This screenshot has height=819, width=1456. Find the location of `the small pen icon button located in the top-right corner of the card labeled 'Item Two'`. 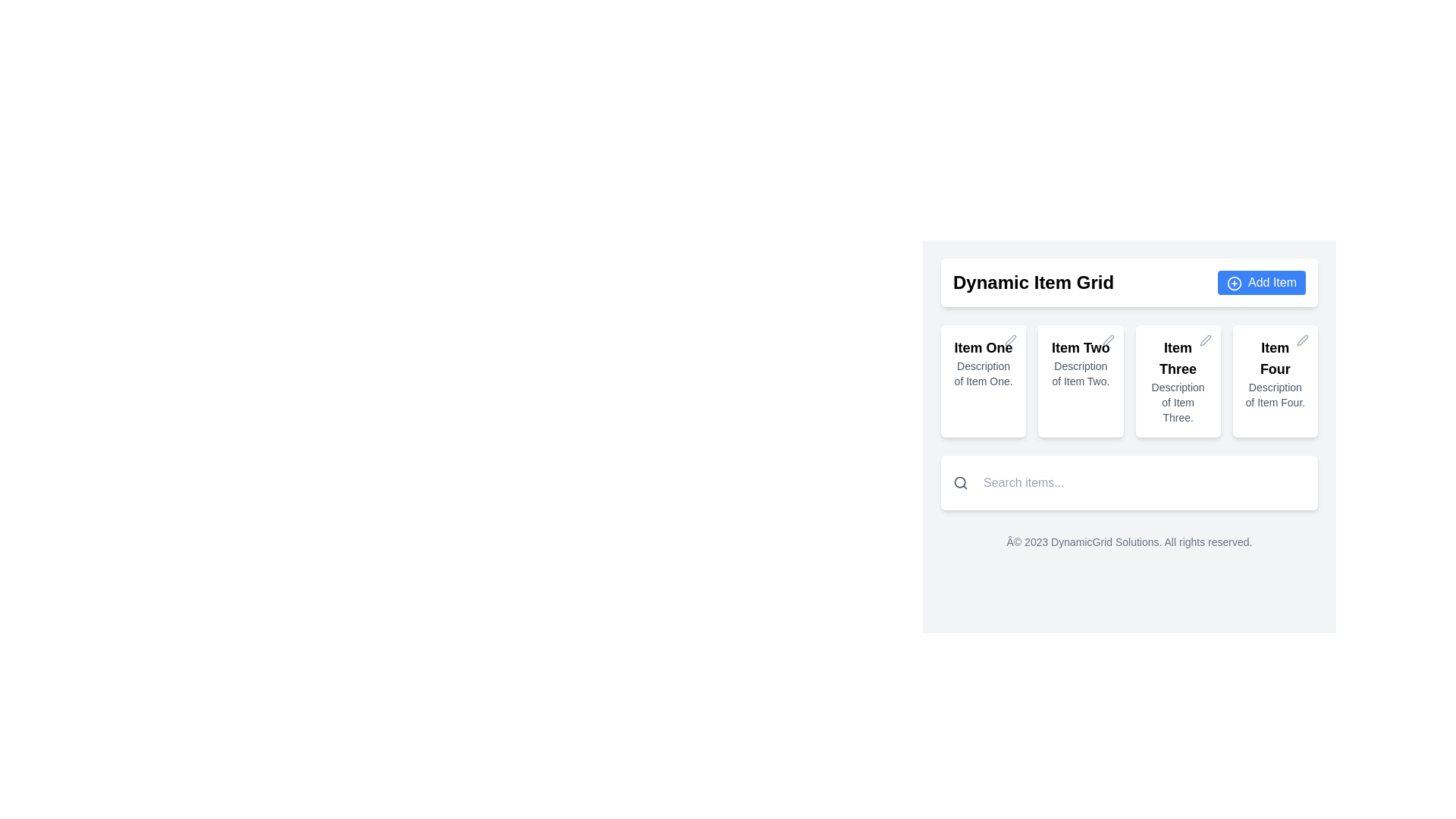

the small pen icon button located in the top-right corner of the card labeled 'Item Two' is located at coordinates (1108, 339).